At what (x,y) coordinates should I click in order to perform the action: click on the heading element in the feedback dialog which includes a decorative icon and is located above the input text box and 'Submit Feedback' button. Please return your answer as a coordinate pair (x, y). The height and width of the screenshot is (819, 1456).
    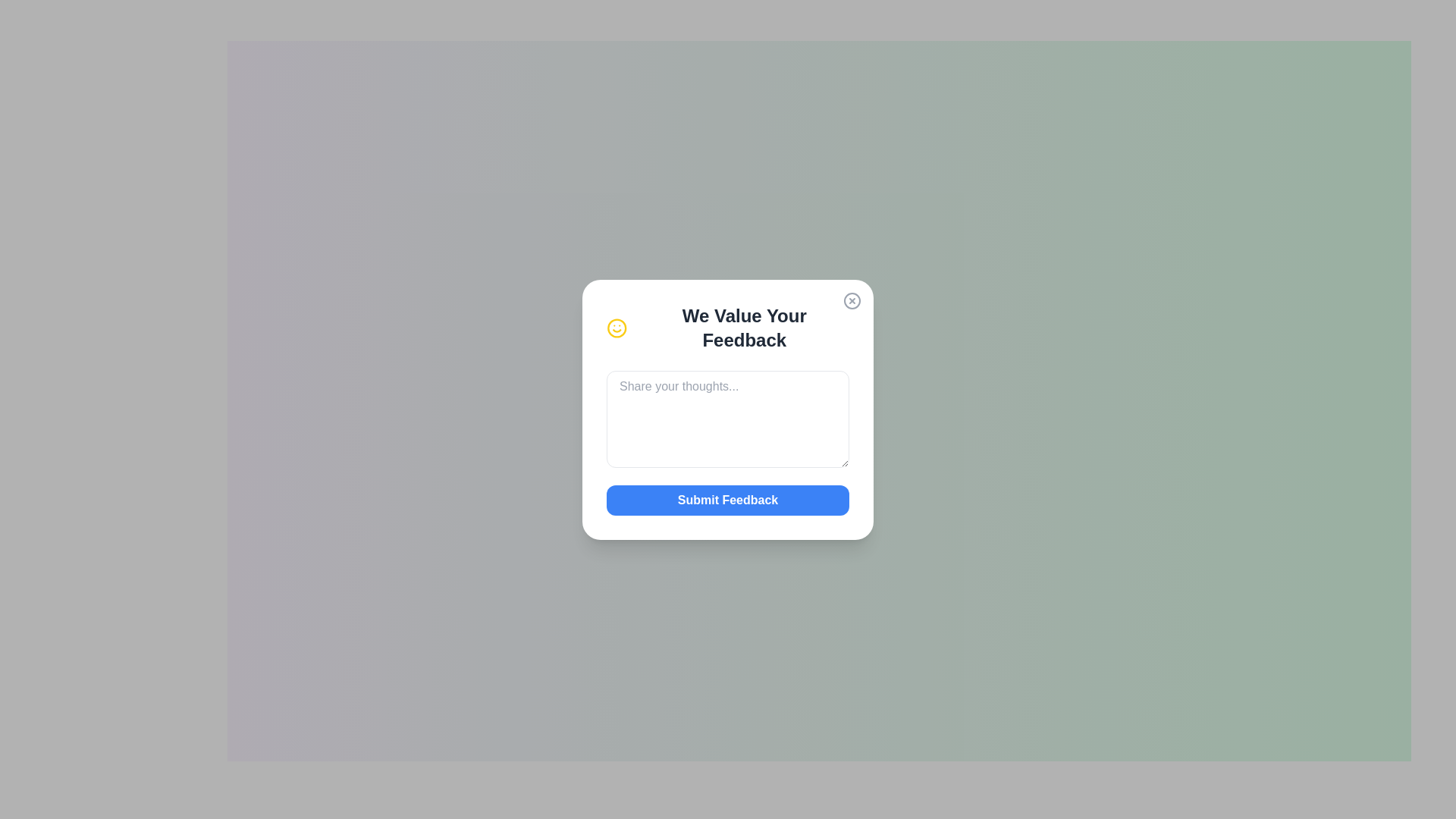
    Looking at the image, I should click on (728, 327).